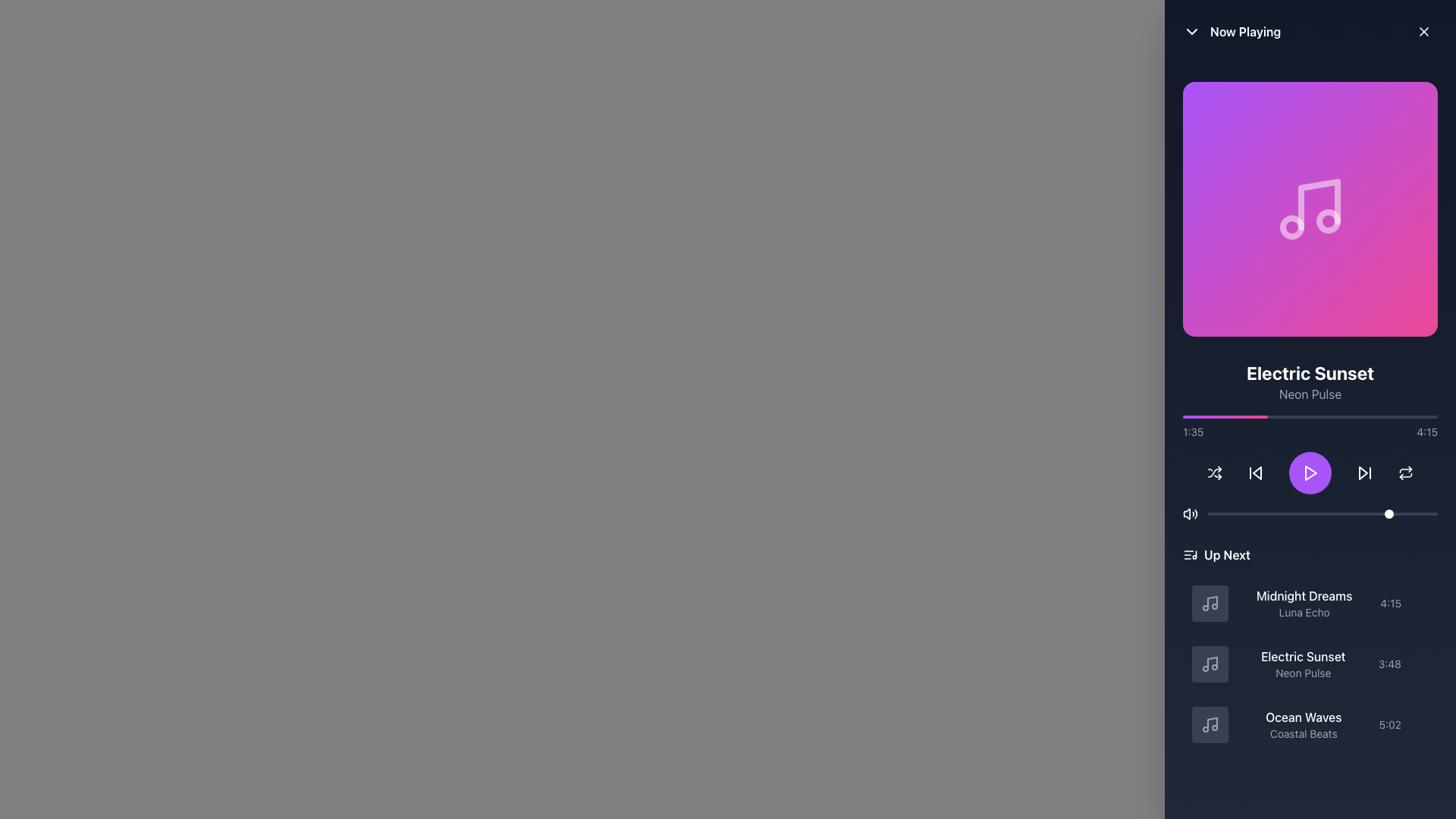 This screenshot has height=819, width=1456. What do you see at coordinates (1423, 32) in the screenshot?
I see `the close button, which is a graphical icon shaped like an 'X' located at the top-right corner of the interface` at bounding box center [1423, 32].